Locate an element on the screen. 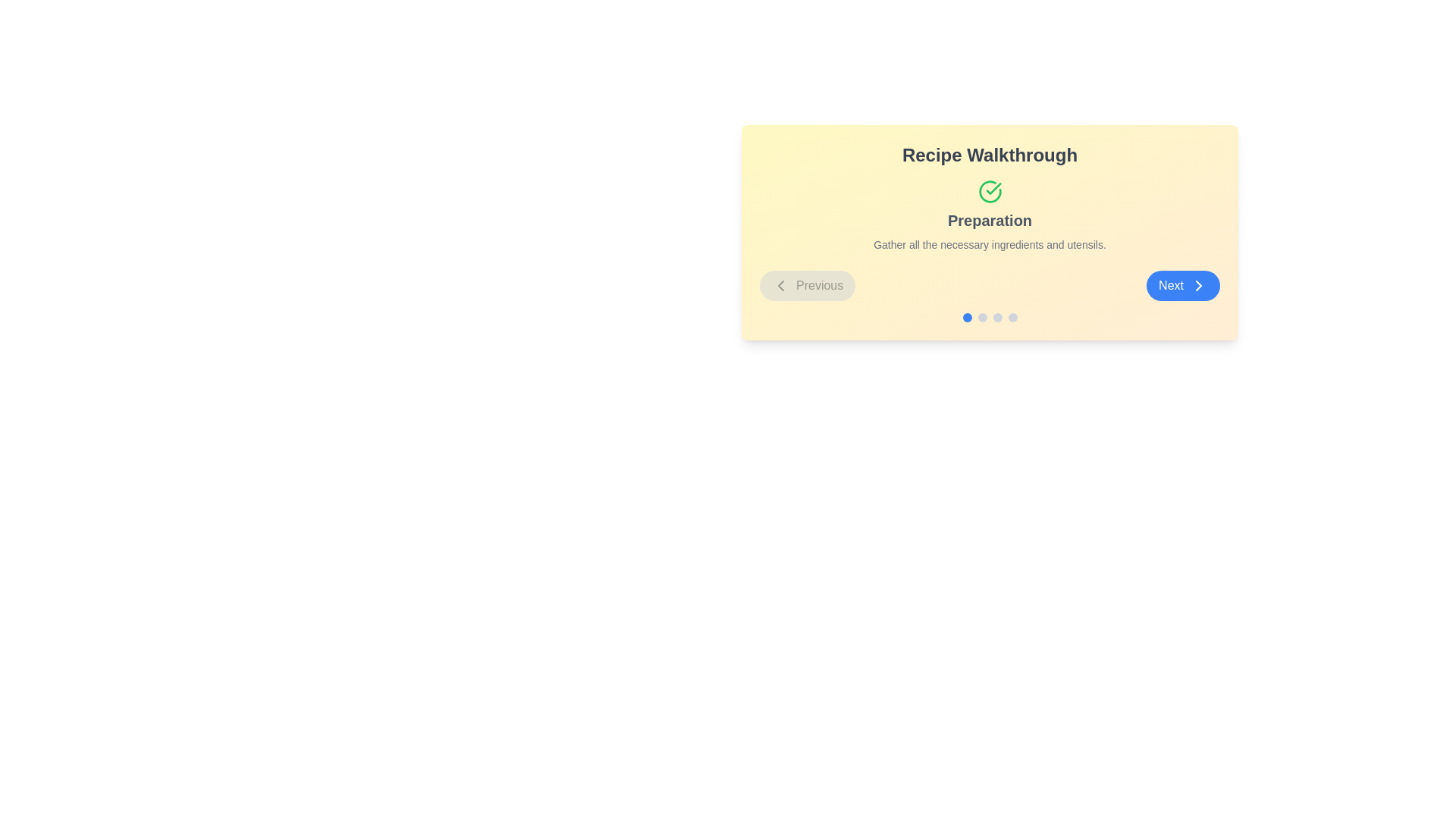 Image resolution: width=1456 pixels, height=819 pixels. the decorative icon that indicates a successful step, positioned centrally above the 'Preparation' text and below the 'Recipe Walkthrough' header is located at coordinates (993, 188).